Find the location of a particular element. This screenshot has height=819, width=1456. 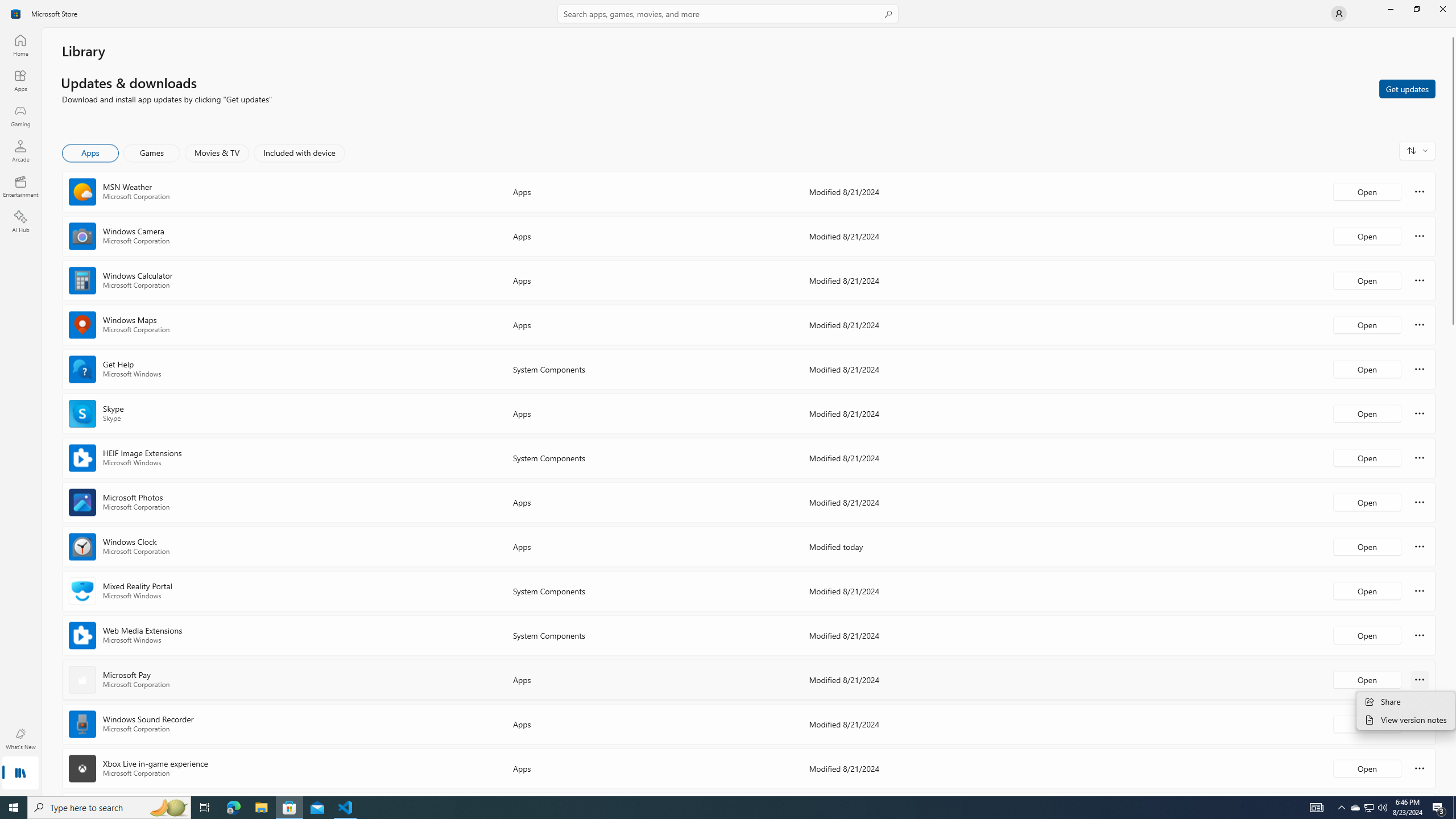

'Movies & TV' is located at coordinates (216, 152).